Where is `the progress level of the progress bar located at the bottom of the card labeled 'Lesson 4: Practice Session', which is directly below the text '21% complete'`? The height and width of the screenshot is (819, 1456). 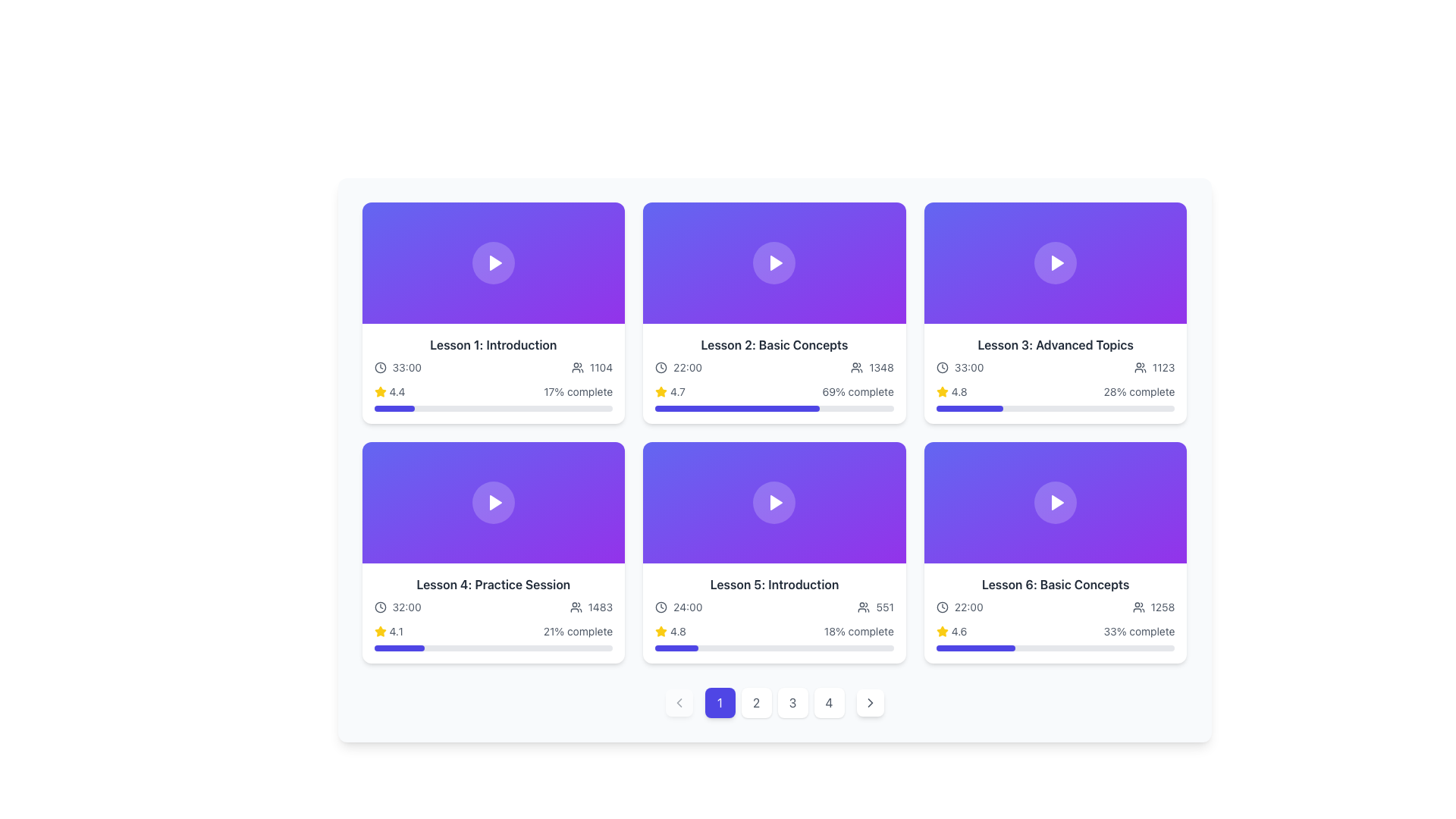
the progress level of the progress bar located at the bottom of the card labeled 'Lesson 4: Practice Session', which is directly below the text '21% complete' is located at coordinates (493, 648).